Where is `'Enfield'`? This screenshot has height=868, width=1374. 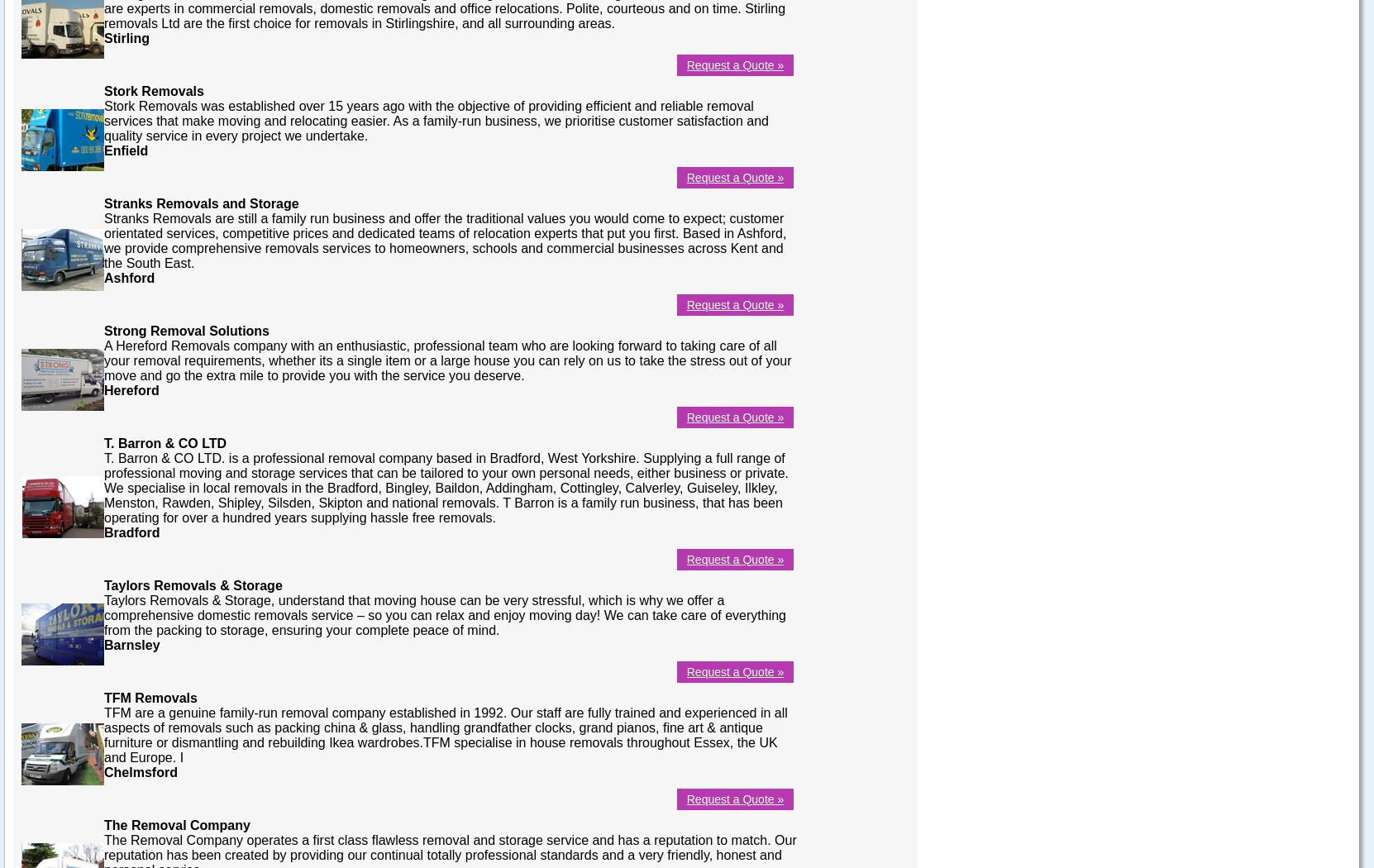
'Enfield' is located at coordinates (126, 150).